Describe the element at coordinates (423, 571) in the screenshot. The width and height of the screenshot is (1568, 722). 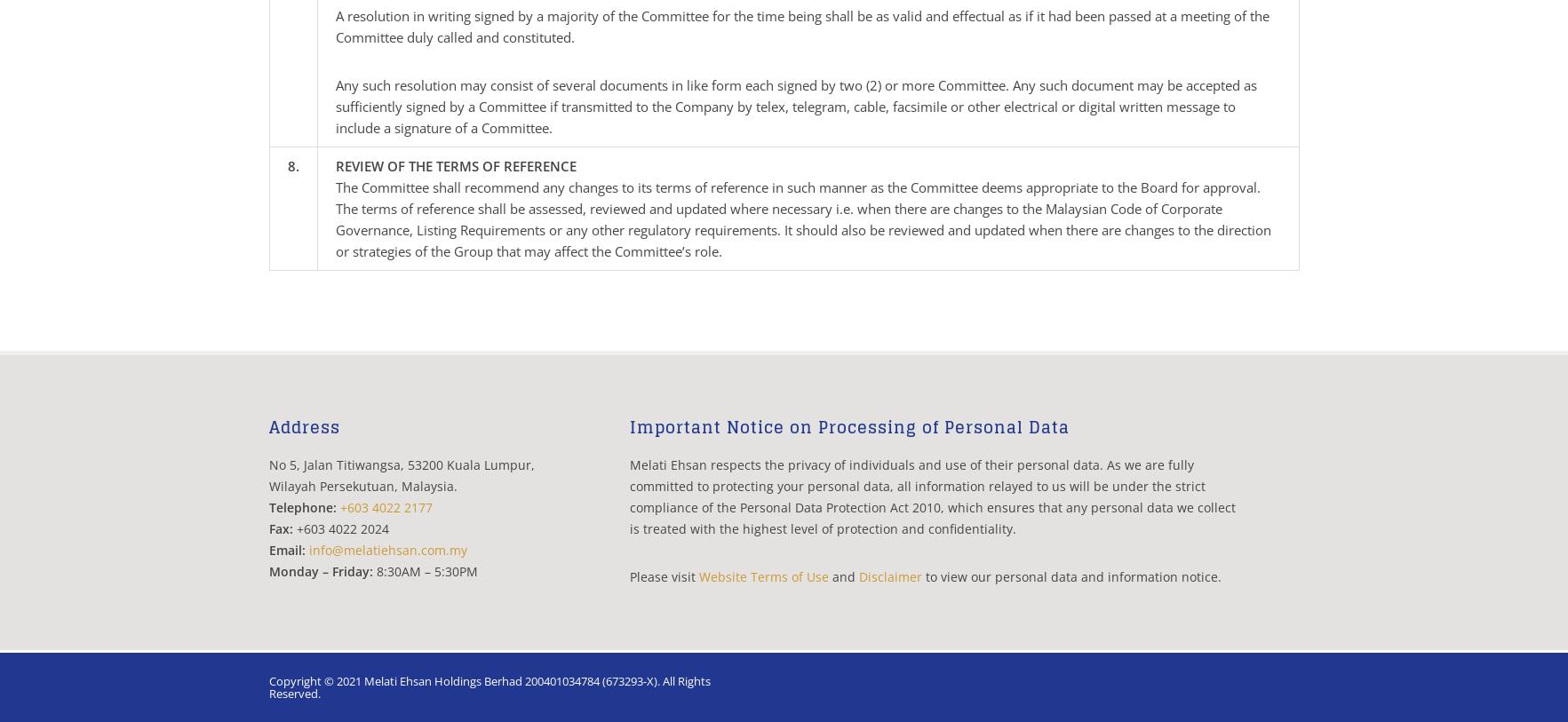
I see `'8:30AM – 5:30PM'` at that location.